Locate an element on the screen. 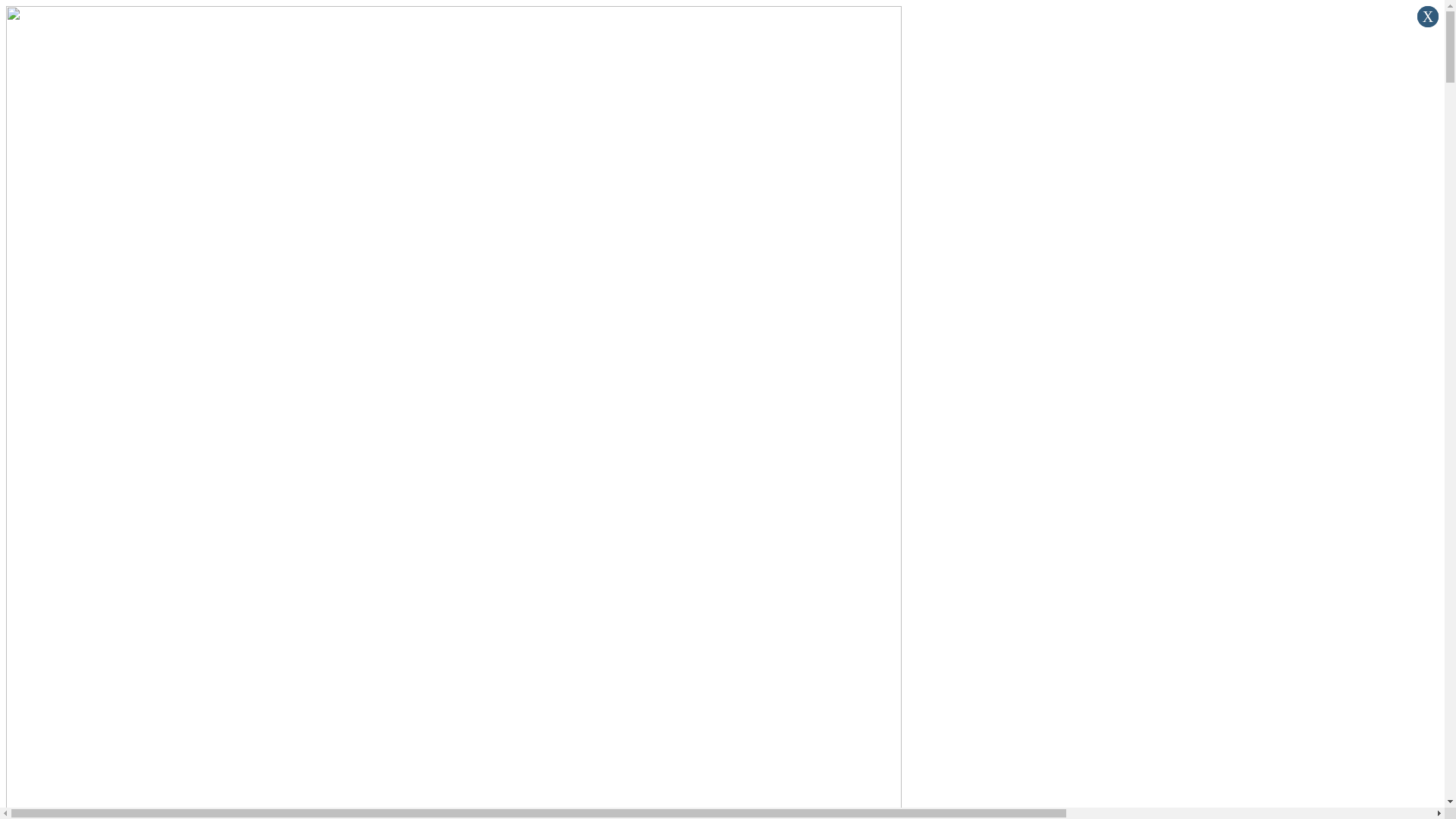 This screenshot has width=1456, height=819. 'x' is located at coordinates (1416, 17).